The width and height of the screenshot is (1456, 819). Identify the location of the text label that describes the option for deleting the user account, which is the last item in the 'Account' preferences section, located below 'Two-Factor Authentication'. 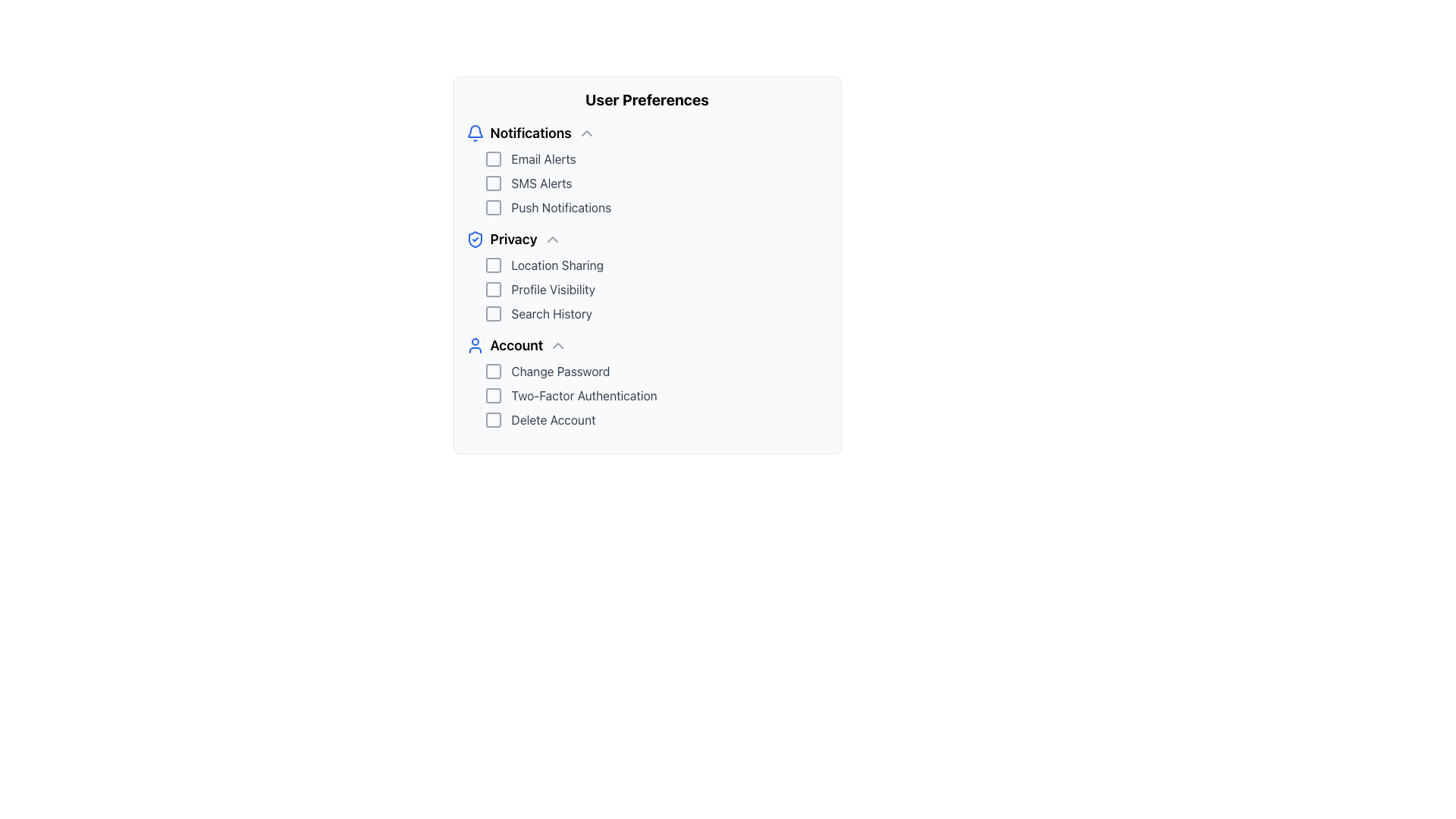
(552, 420).